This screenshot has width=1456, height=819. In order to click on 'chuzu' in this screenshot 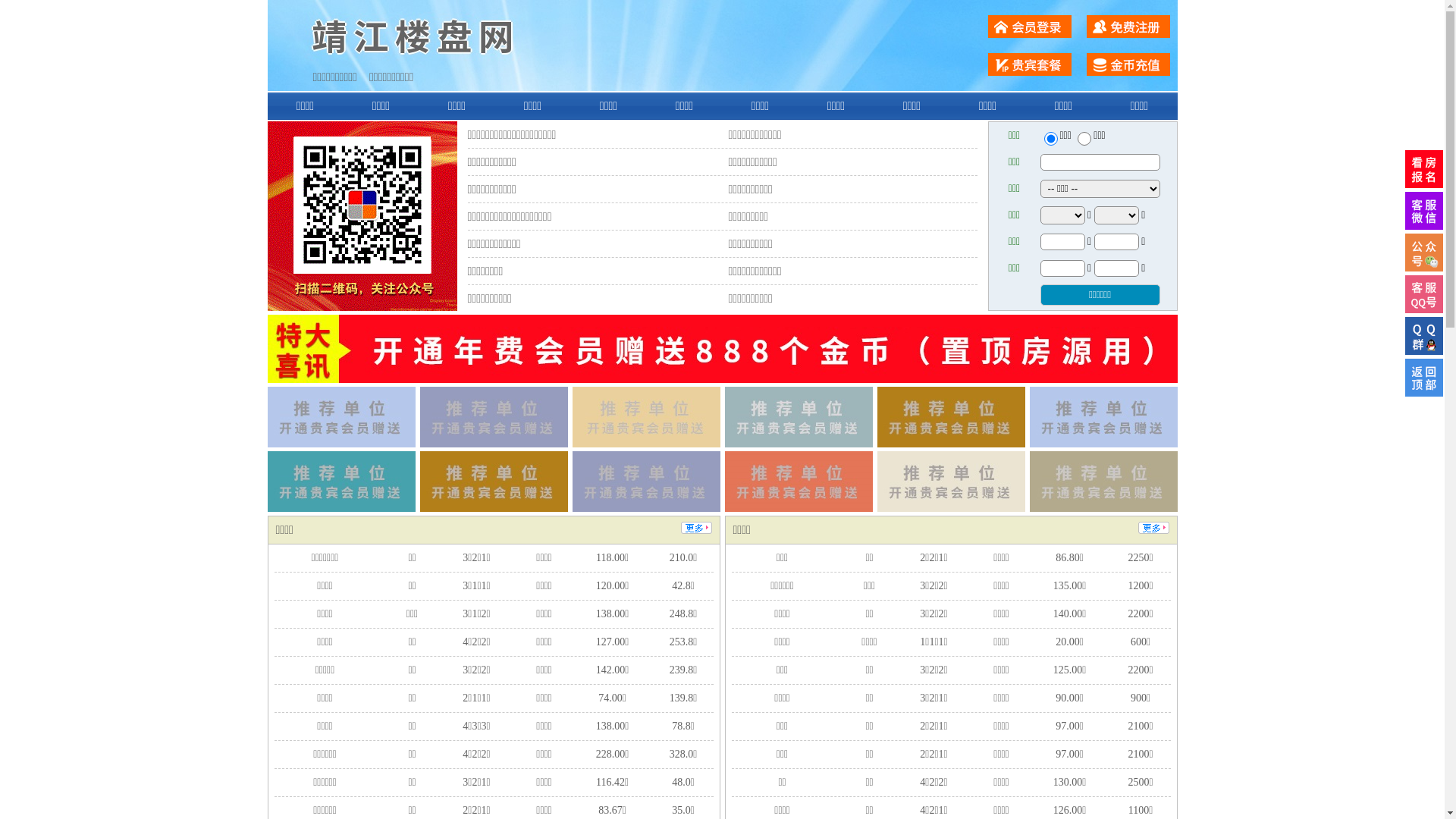, I will do `click(1076, 138)`.